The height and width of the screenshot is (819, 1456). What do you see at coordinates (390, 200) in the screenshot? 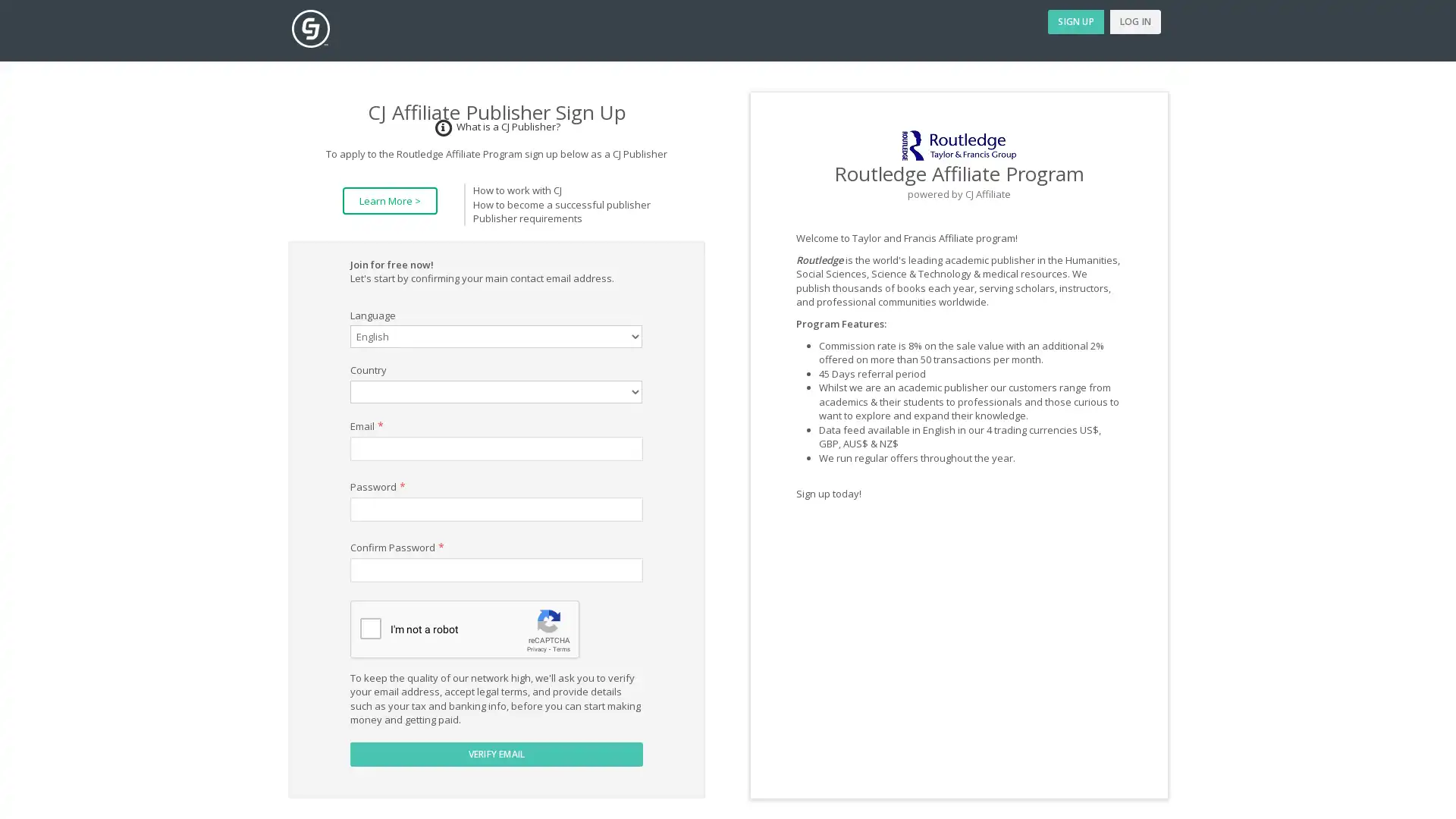
I see `Learn More >` at bounding box center [390, 200].